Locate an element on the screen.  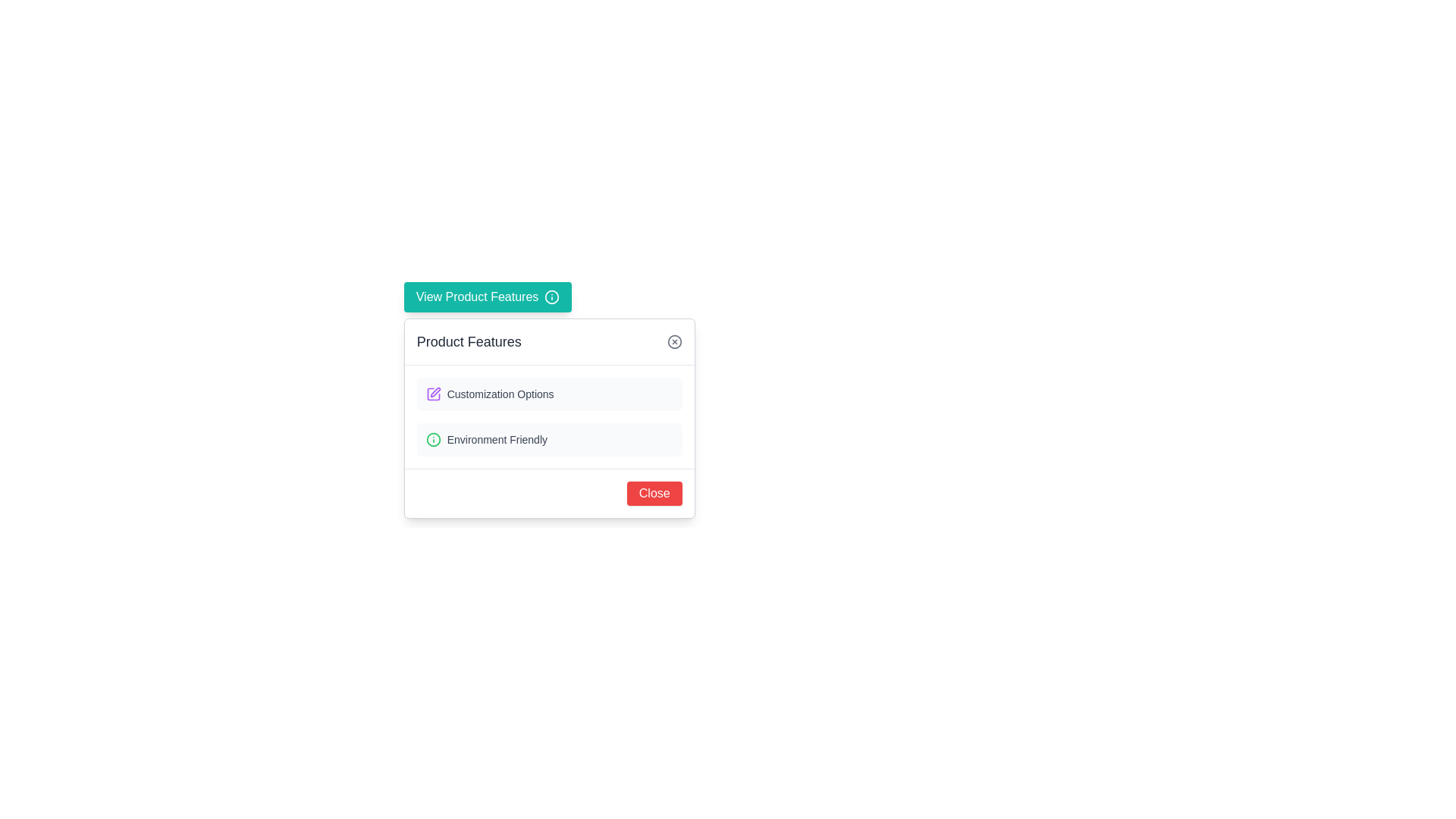
the 'Product Features' text label, which is a bold and medium-sized gray label located in the upper section of a segmented area within a pop-up or modal window is located at coordinates (468, 342).